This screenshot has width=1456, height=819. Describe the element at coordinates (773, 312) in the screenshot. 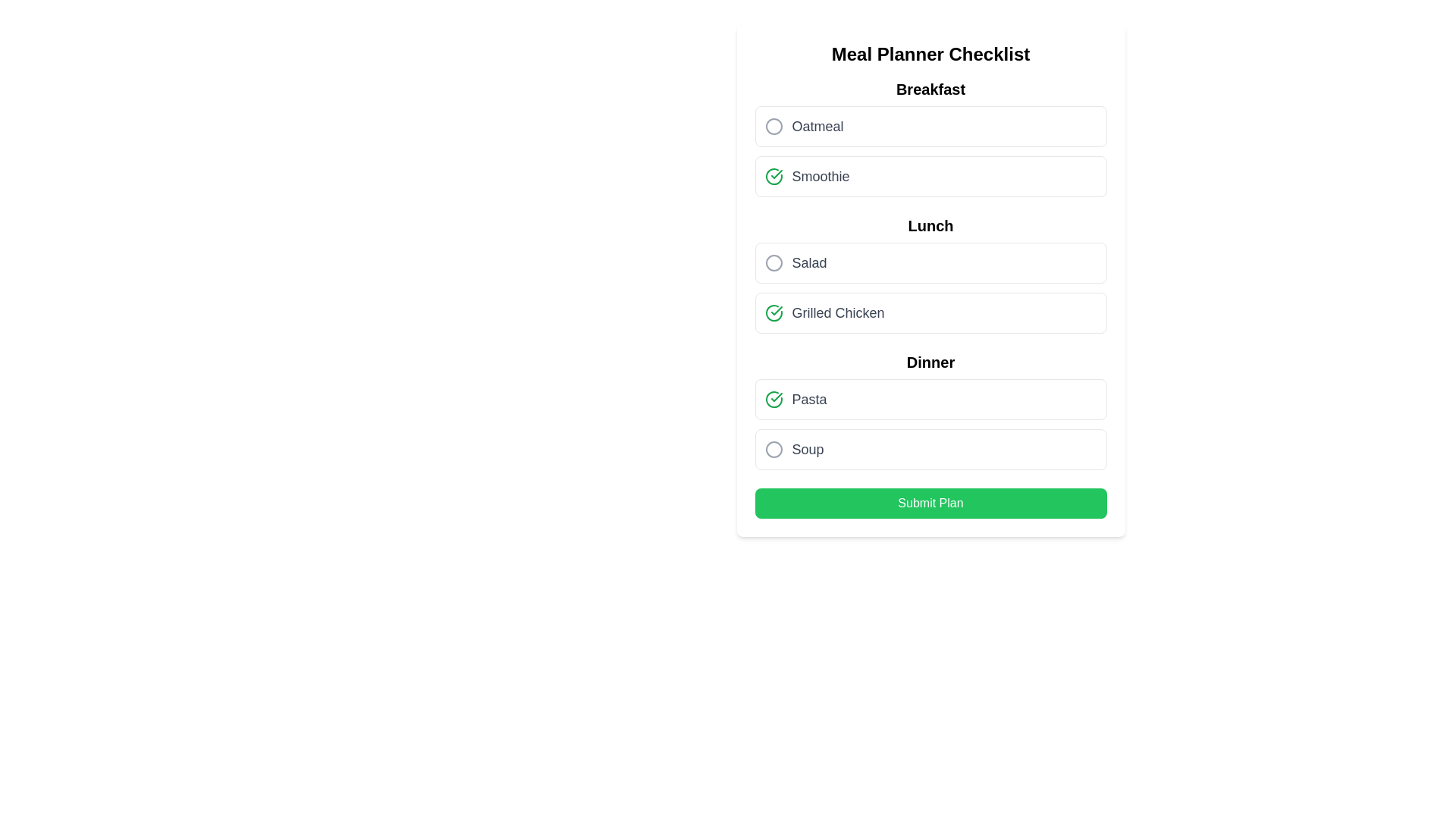

I see `the green check mark icon representing confirmation, located to the left of the 'Grilled Chicken' text in the Lunch section of the checklist interface` at that location.